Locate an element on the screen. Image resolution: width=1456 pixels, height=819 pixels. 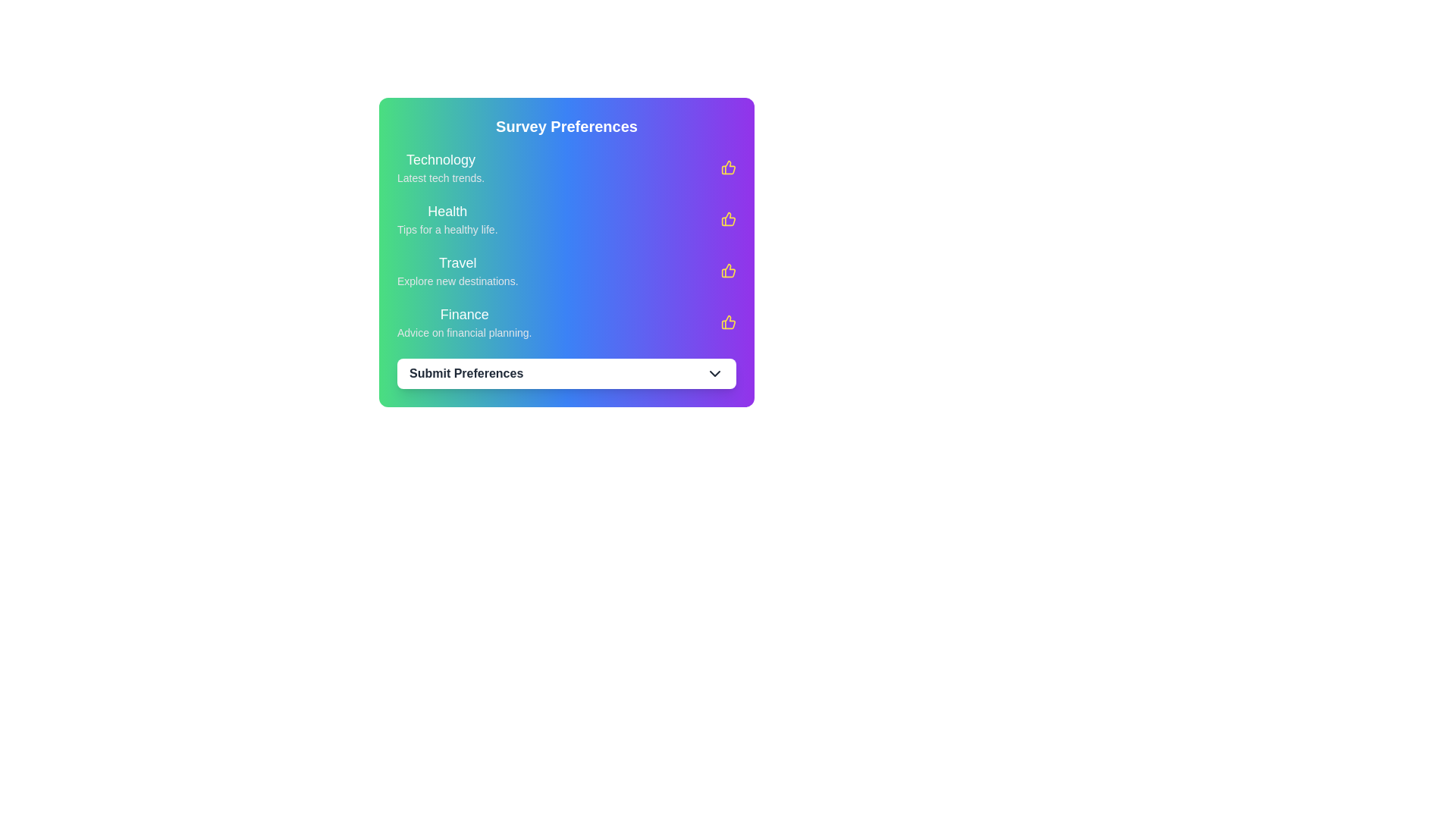
the downward-pointing chevron icon located is located at coordinates (714, 374).